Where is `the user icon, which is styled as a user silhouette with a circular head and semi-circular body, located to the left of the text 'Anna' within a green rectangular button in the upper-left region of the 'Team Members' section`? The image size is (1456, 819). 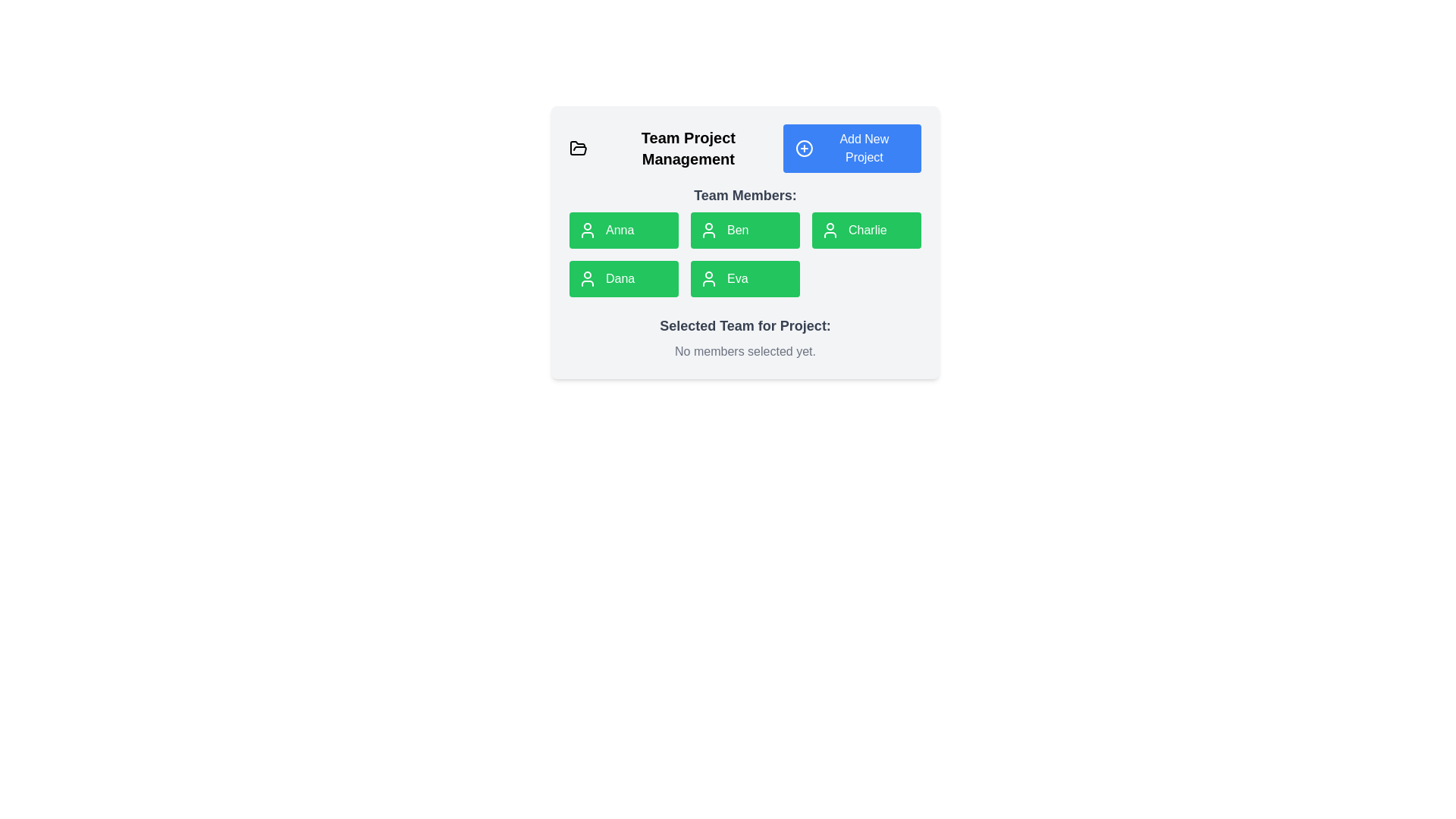 the user icon, which is styled as a user silhouette with a circular head and semi-circular body, located to the left of the text 'Anna' within a green rectangular button in the upper-left region of the 'Team Members' section is located at coordinates (586, 231).